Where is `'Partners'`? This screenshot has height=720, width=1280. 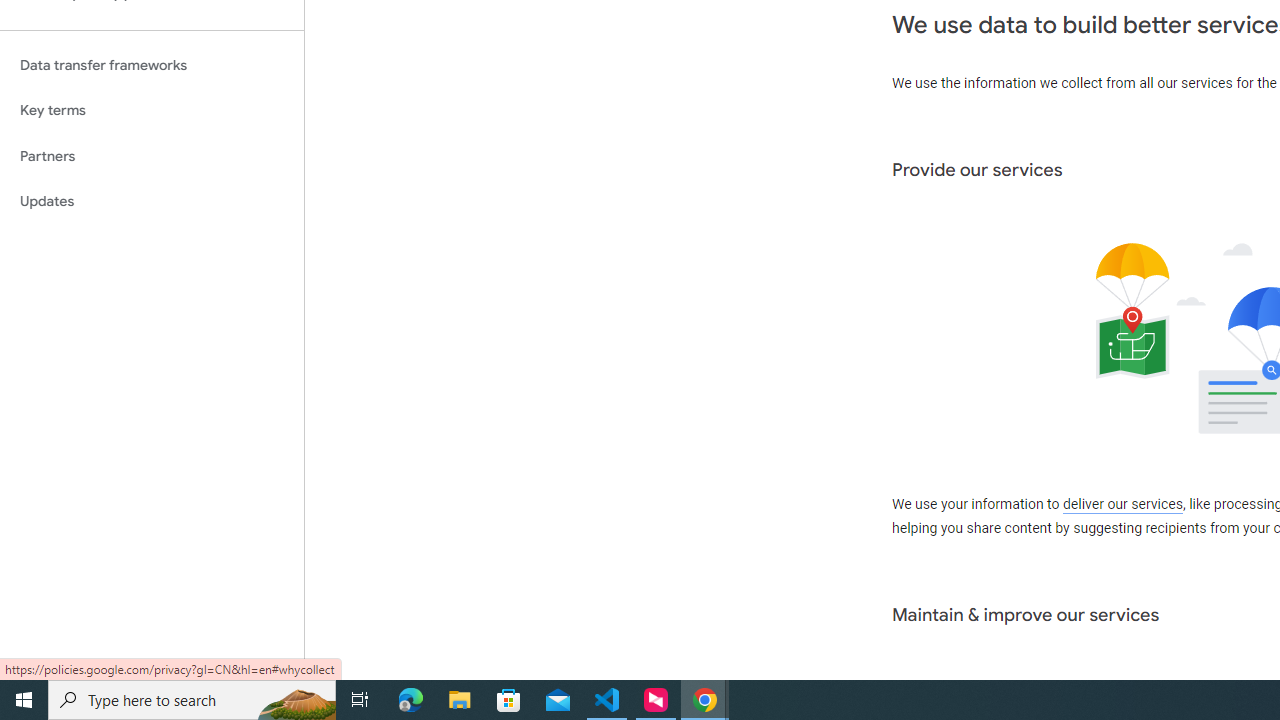 'Partners' is located at coordinates (151, 155).